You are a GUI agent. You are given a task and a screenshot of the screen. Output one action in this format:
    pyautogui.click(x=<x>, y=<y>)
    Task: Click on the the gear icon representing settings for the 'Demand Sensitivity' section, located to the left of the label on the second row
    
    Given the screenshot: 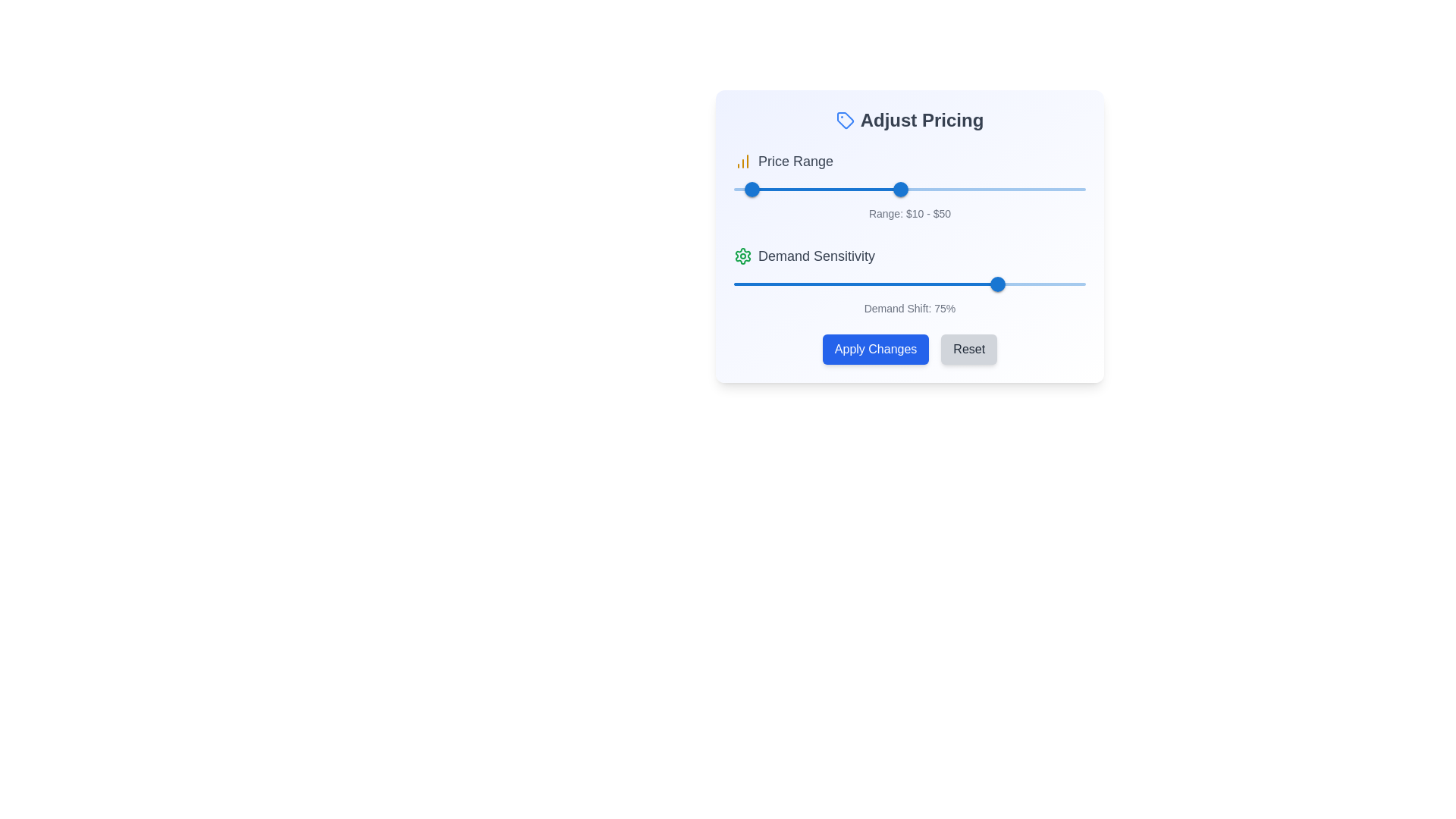 What is the action you would take?
    pyautogui.click(x=742, y=256)
    